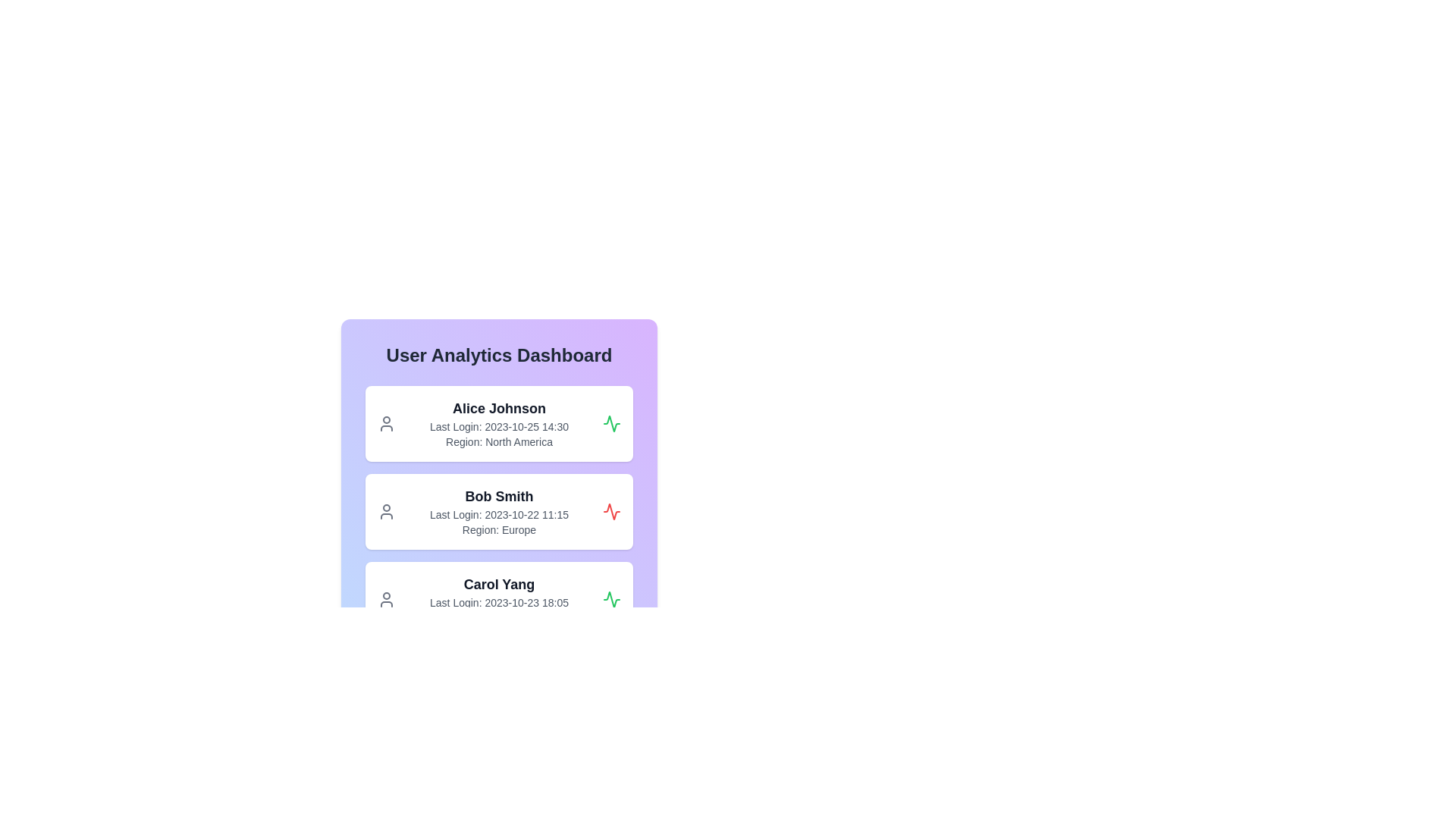 The height and width of the screenshot is (819, 1456). I want to click on the Text Label displaying the geographic region associated with user 'Bob Smith', which is located beneath the 'Last Login: 2023-10-22 11:15' text in the middle panel, so click(499, 529).